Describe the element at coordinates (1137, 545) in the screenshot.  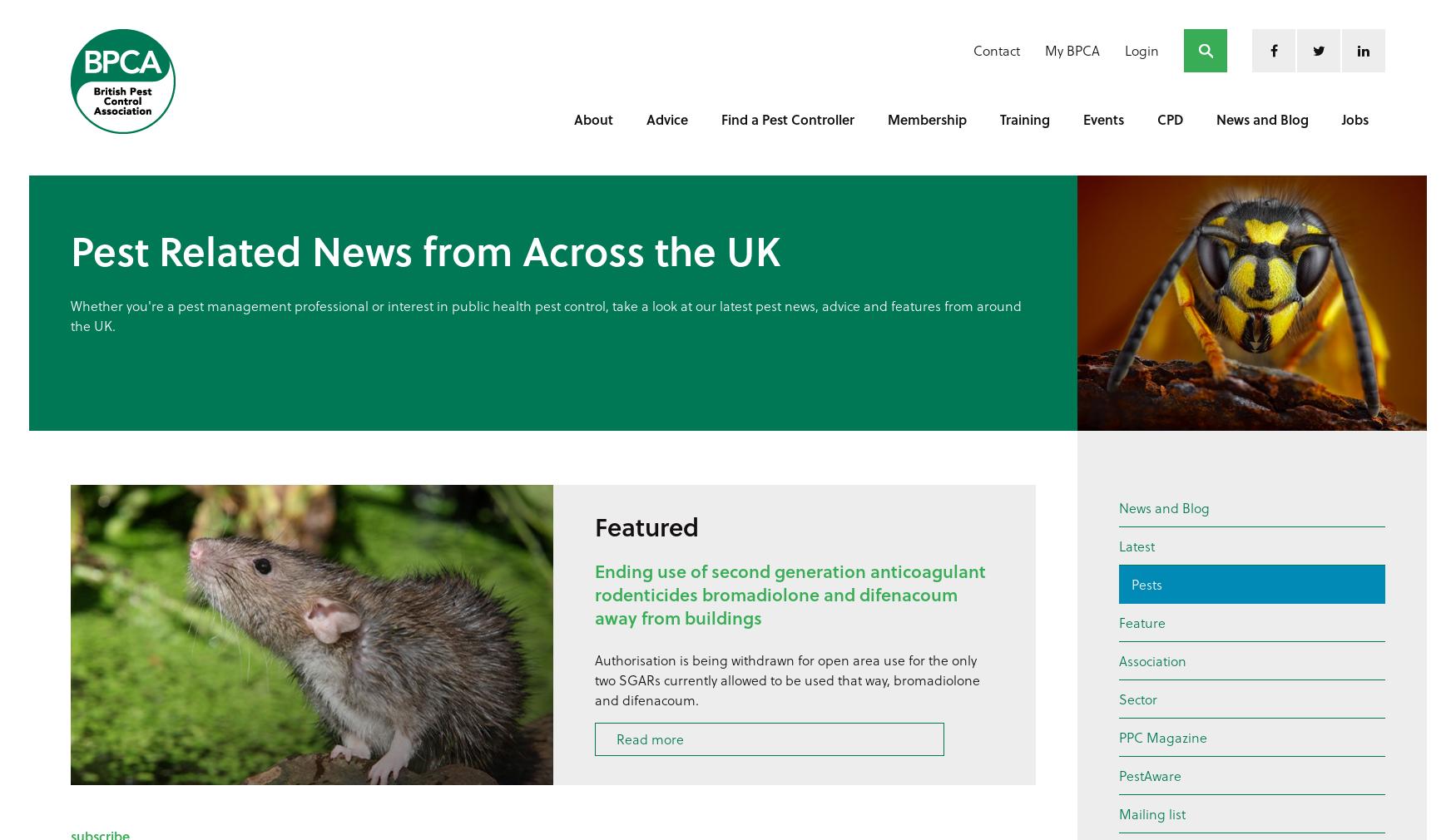
I see `'Latest'` at that location.